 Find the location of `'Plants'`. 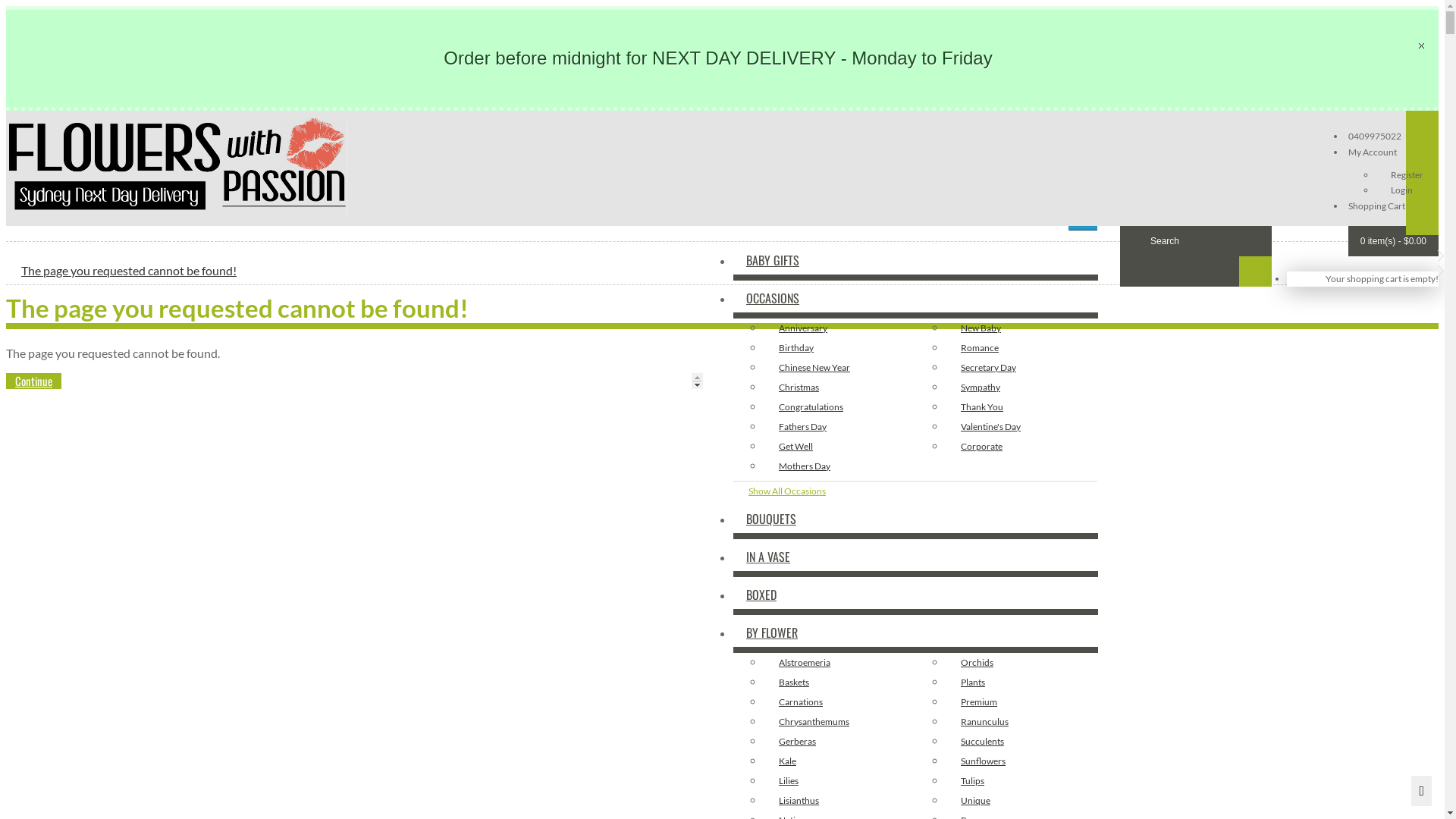

'Plants' is located at coordinates (1021, 680).